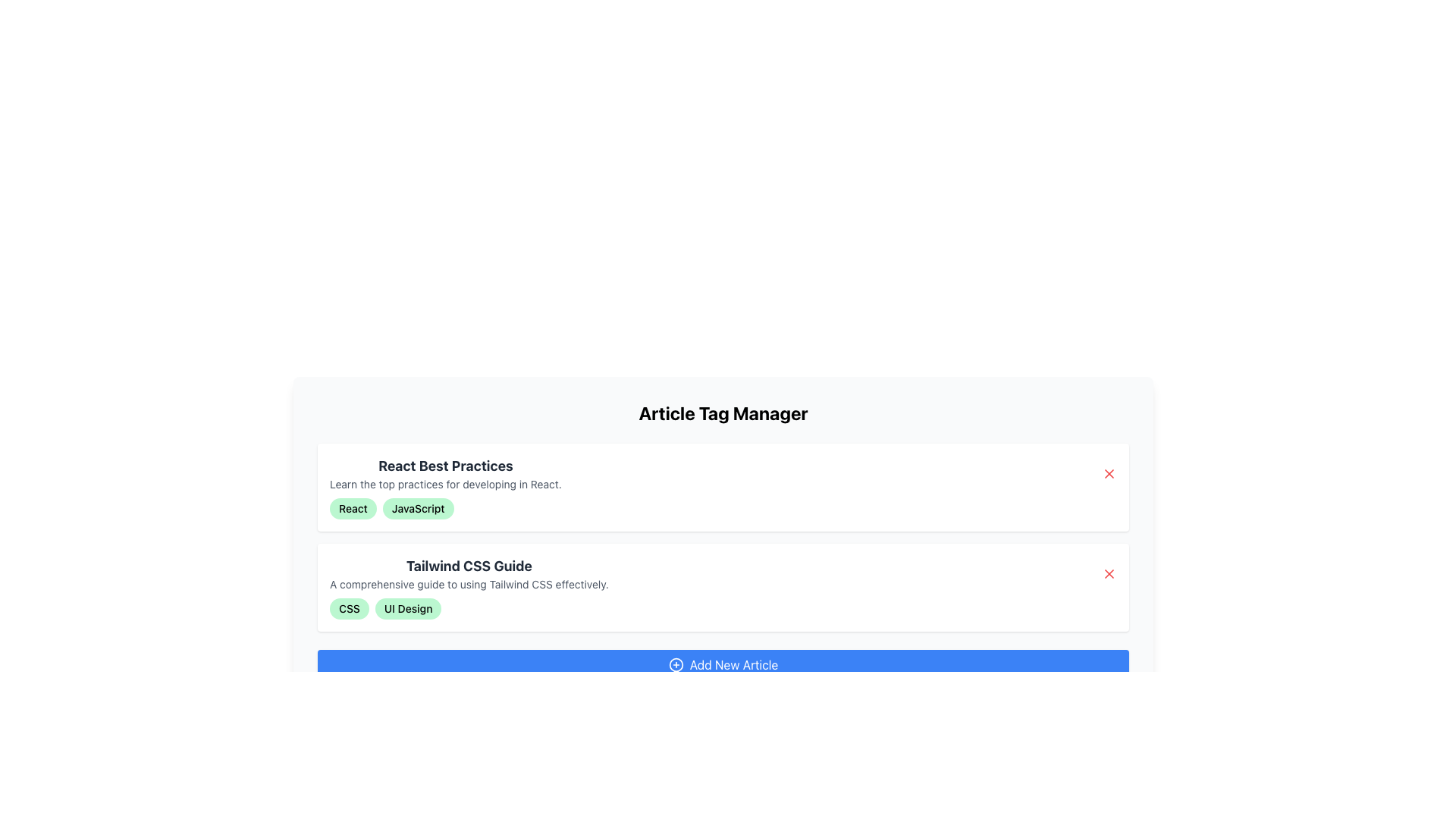  Describe the element at coordinates (1109, 573) in the screenshot. I see `the red 'X' icon` at that location.